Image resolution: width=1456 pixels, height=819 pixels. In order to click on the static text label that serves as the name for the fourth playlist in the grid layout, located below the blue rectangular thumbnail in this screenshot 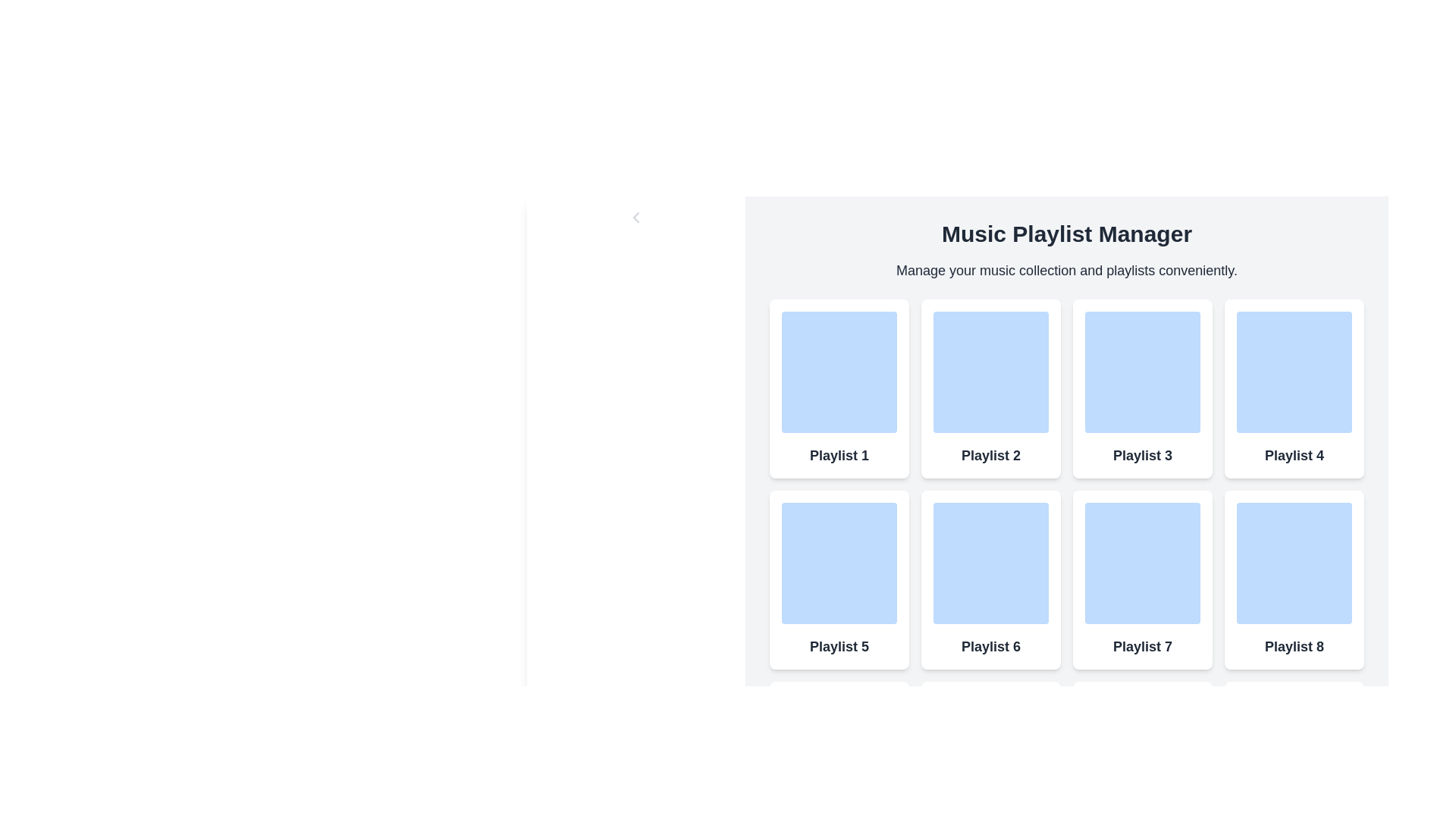, I will do `click(1294, 455)`.